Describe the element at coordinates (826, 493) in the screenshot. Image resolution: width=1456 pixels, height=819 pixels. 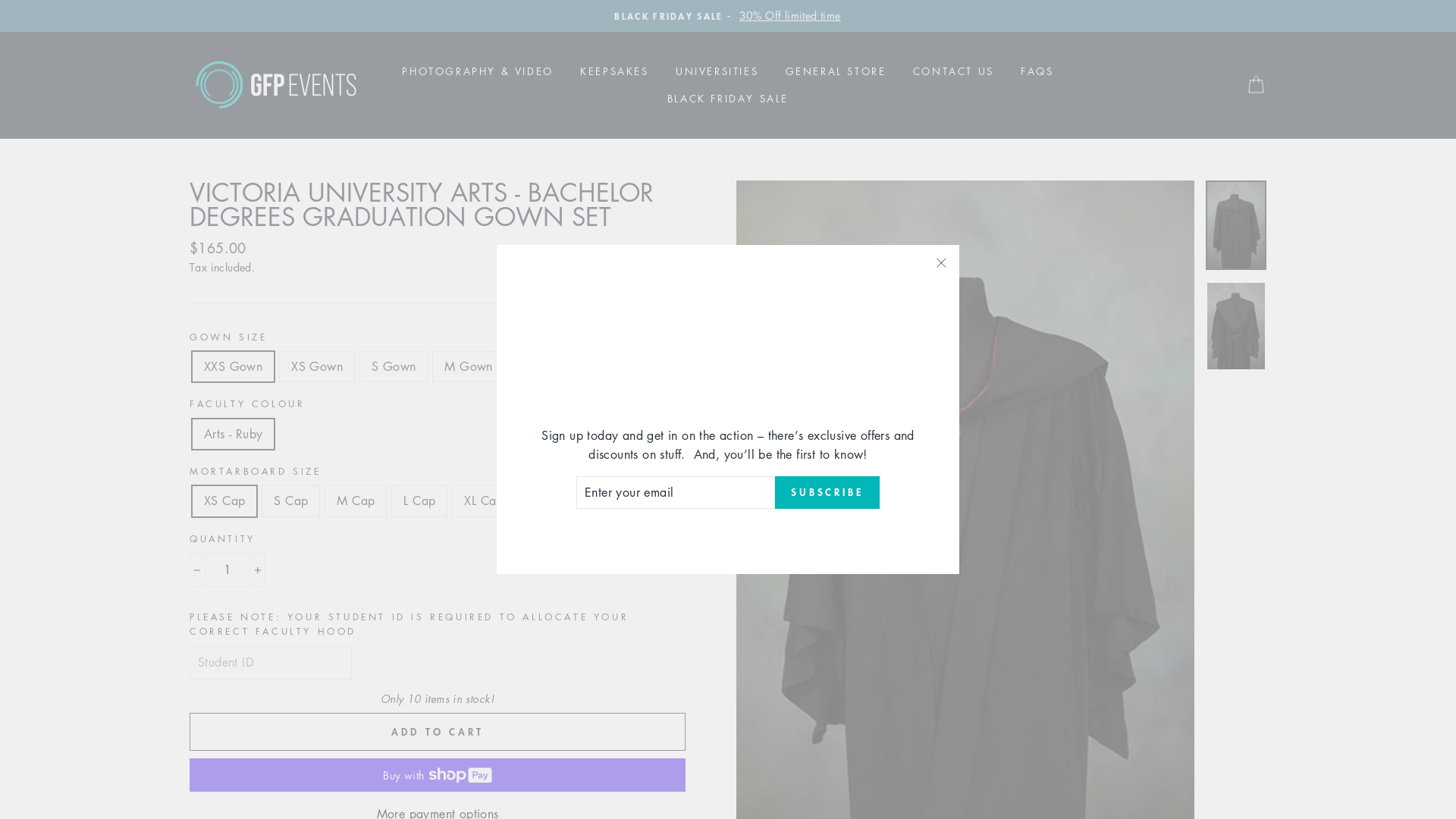
I see `'SUBSCRIBE'` at that location.